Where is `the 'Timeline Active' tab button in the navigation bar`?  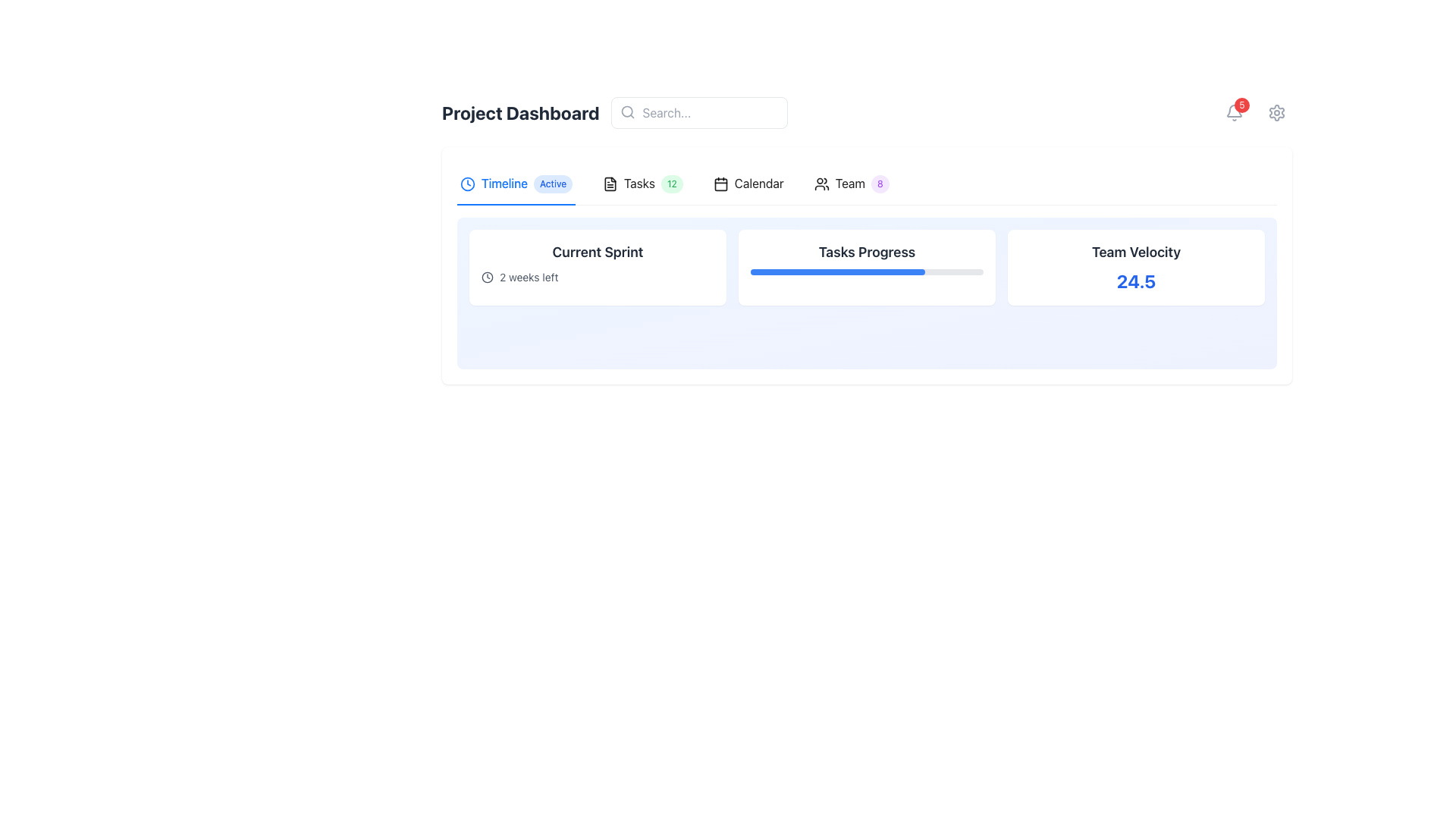 the 'Timeline Active' tab button in the navigation bar is located at coordinates (516, 183).